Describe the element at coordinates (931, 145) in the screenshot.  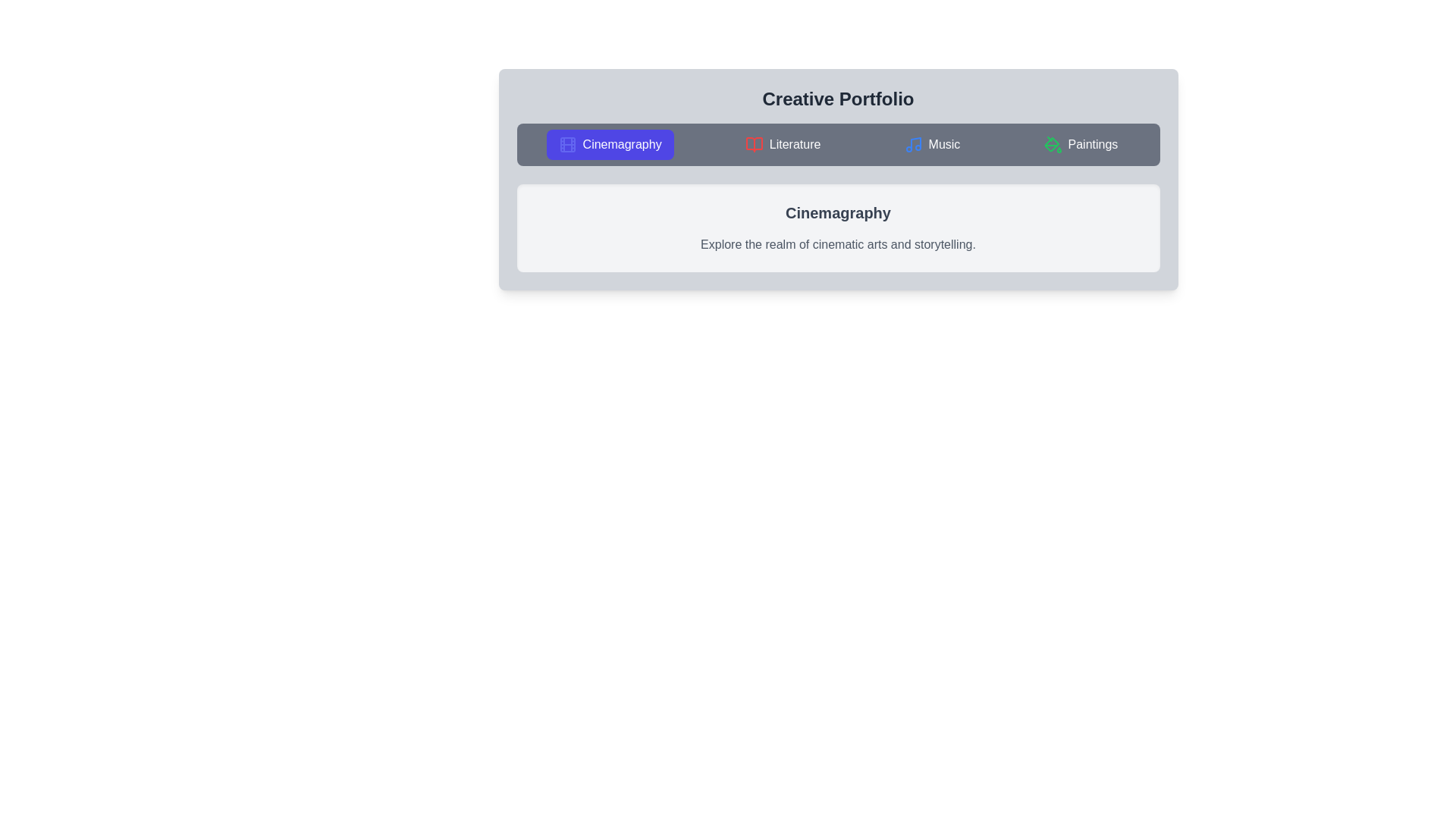
I see `the tab labeled Music` at that location.